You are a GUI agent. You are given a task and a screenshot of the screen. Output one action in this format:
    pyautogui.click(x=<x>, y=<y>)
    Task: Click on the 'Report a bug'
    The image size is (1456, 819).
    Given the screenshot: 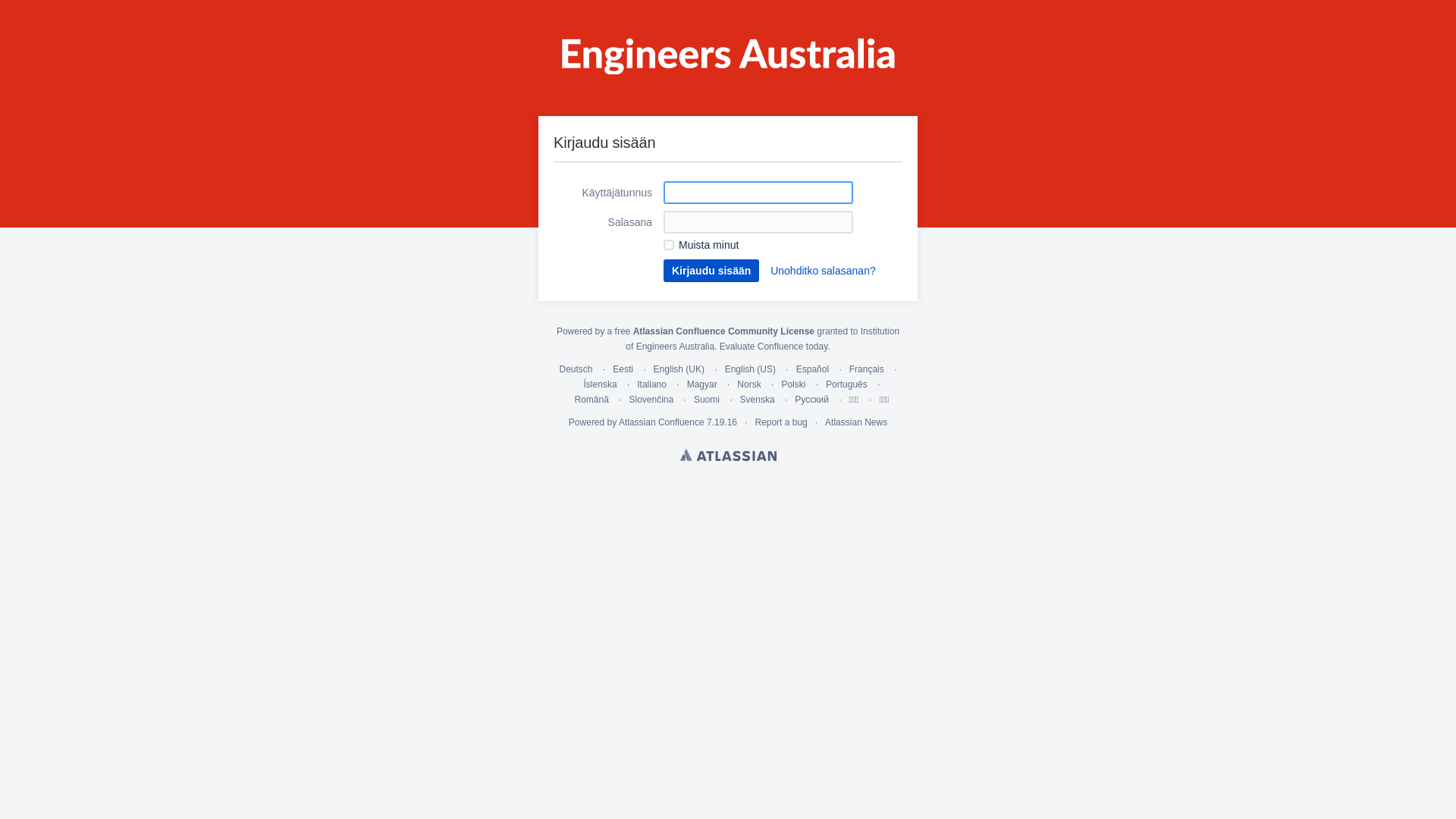 What is the action you would take?
    pyautogui.click(x=780, y=422)
    